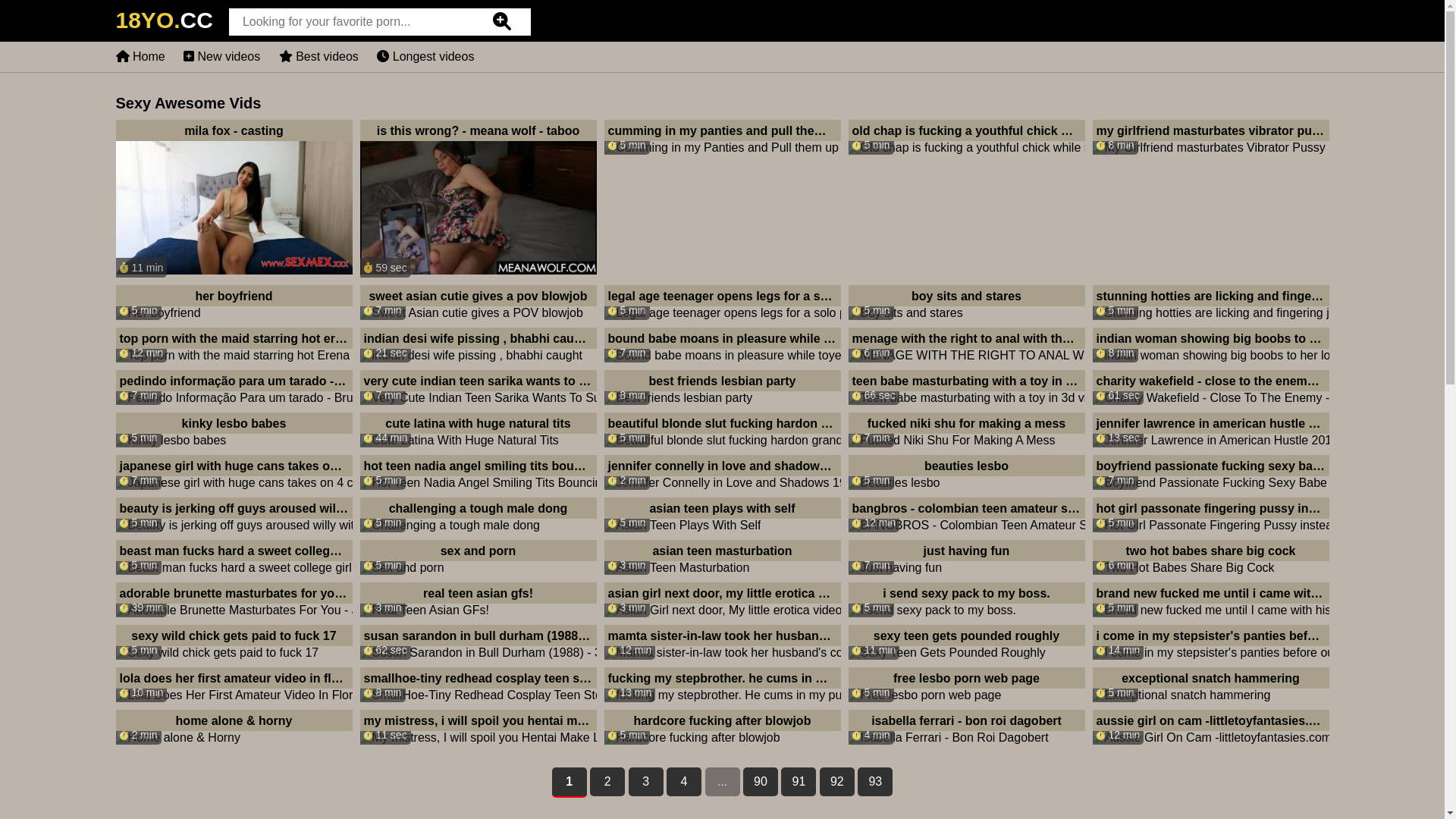  Describe the element at coordinates (588, 781) in the screenshot. I see `'2'` at that location.